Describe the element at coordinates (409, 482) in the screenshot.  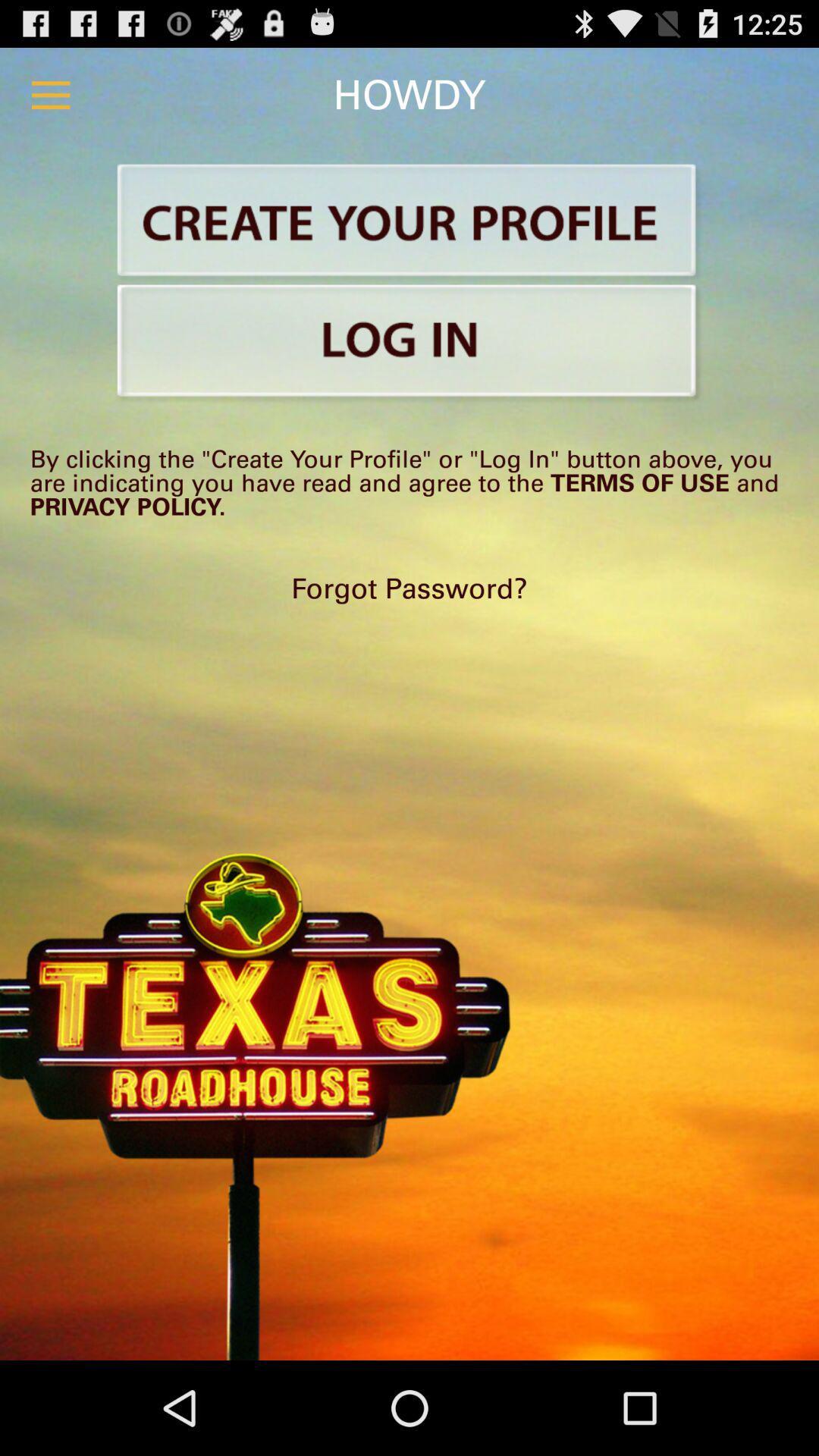
I see `icon above forgot password?` at that location.